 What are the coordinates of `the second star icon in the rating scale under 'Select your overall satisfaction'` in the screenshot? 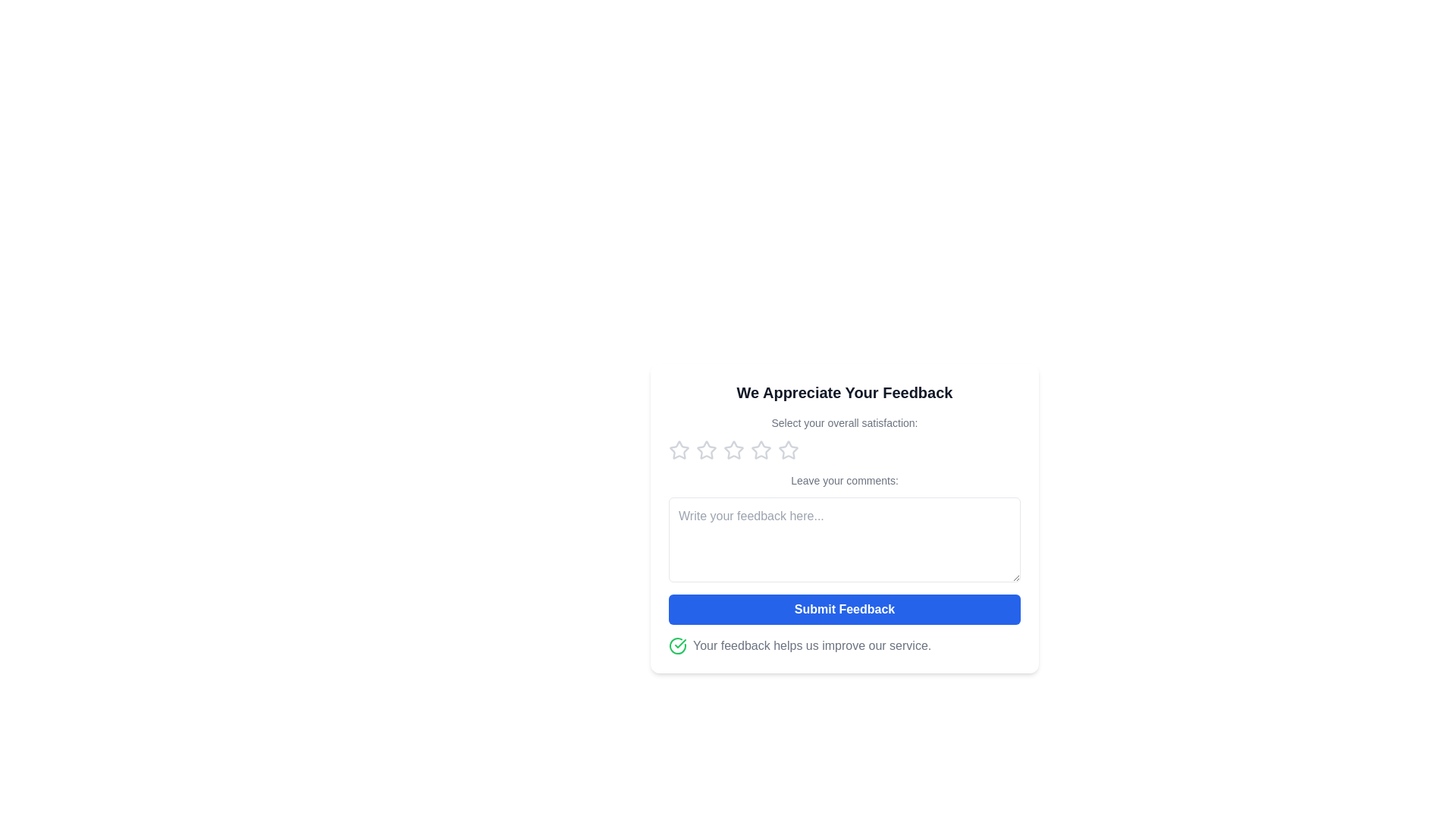 It's located at (734, 449).